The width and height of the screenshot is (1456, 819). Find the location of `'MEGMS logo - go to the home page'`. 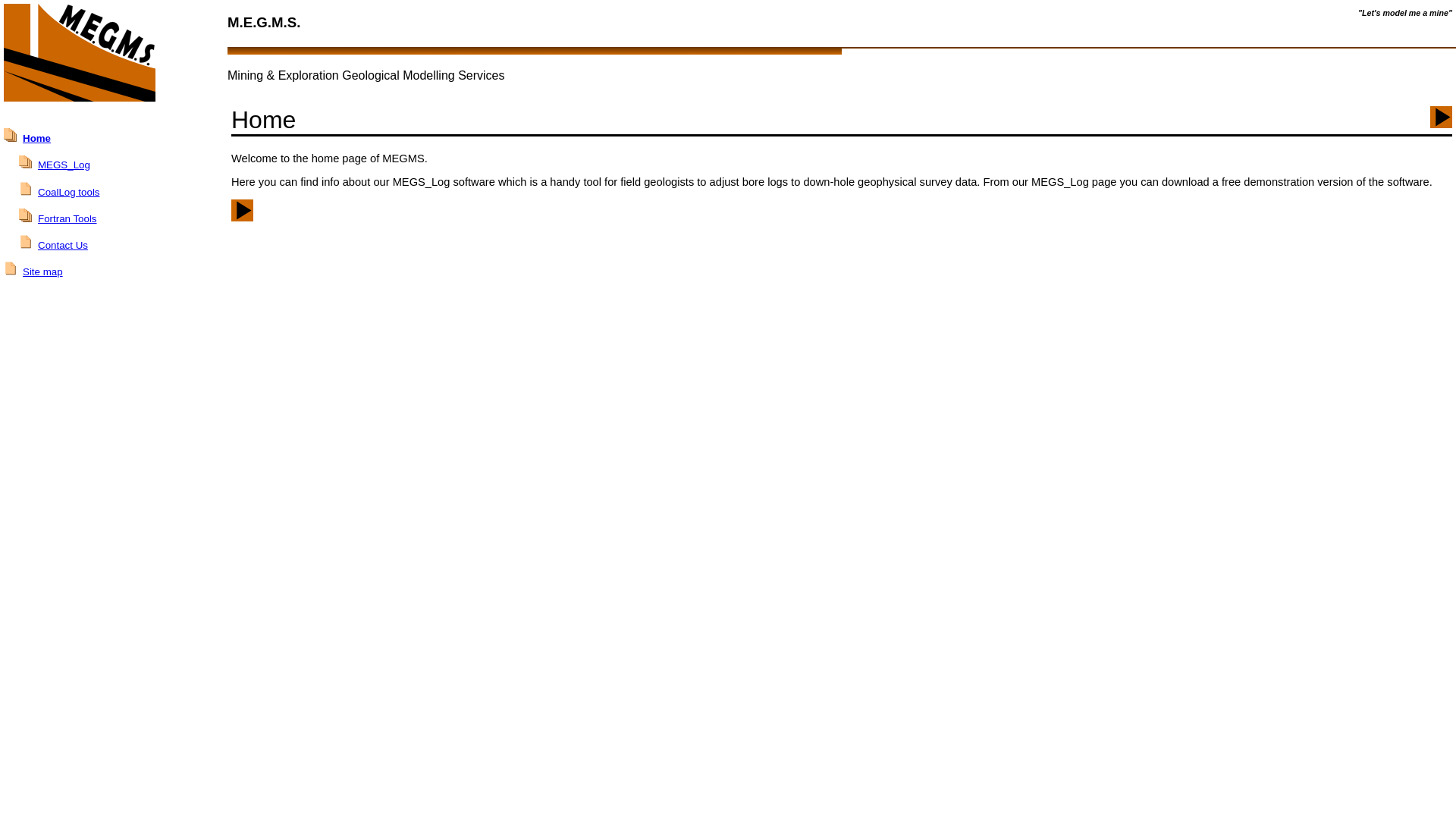

'MEGMS logo - go to the home page' is located at coordinates (3, 52).